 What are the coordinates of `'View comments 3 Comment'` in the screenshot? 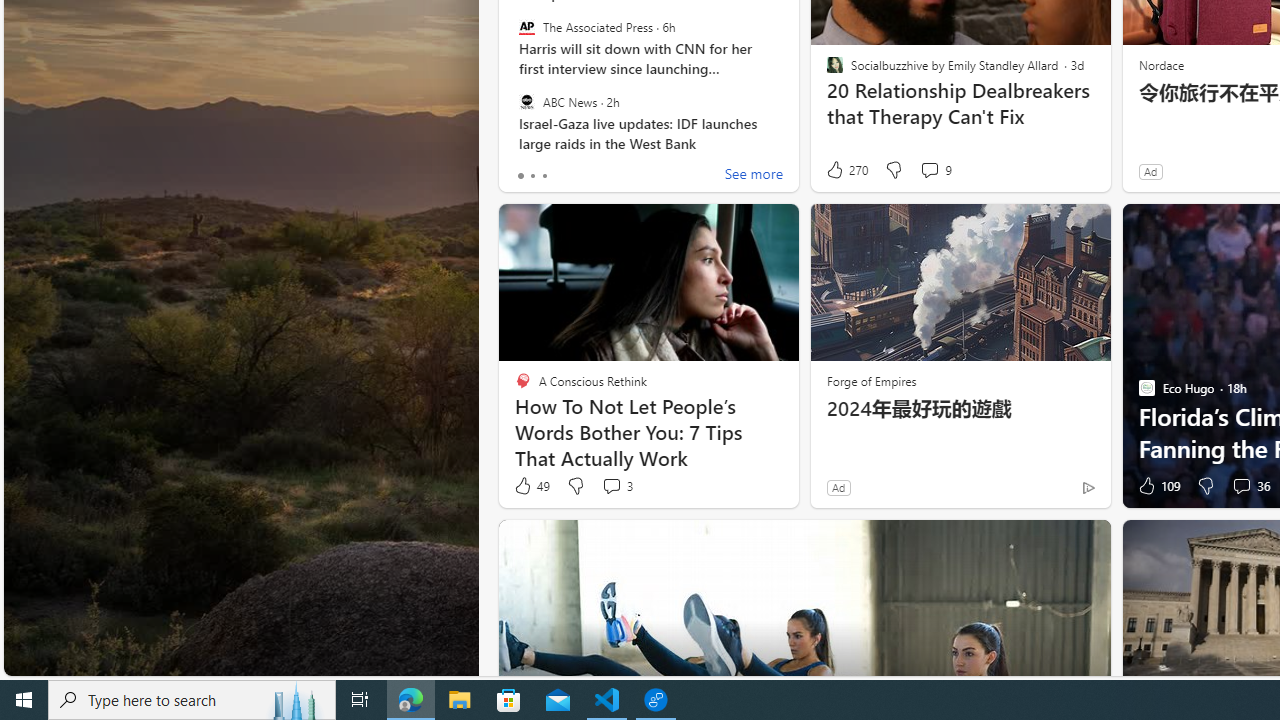 It's located at (615, 486).